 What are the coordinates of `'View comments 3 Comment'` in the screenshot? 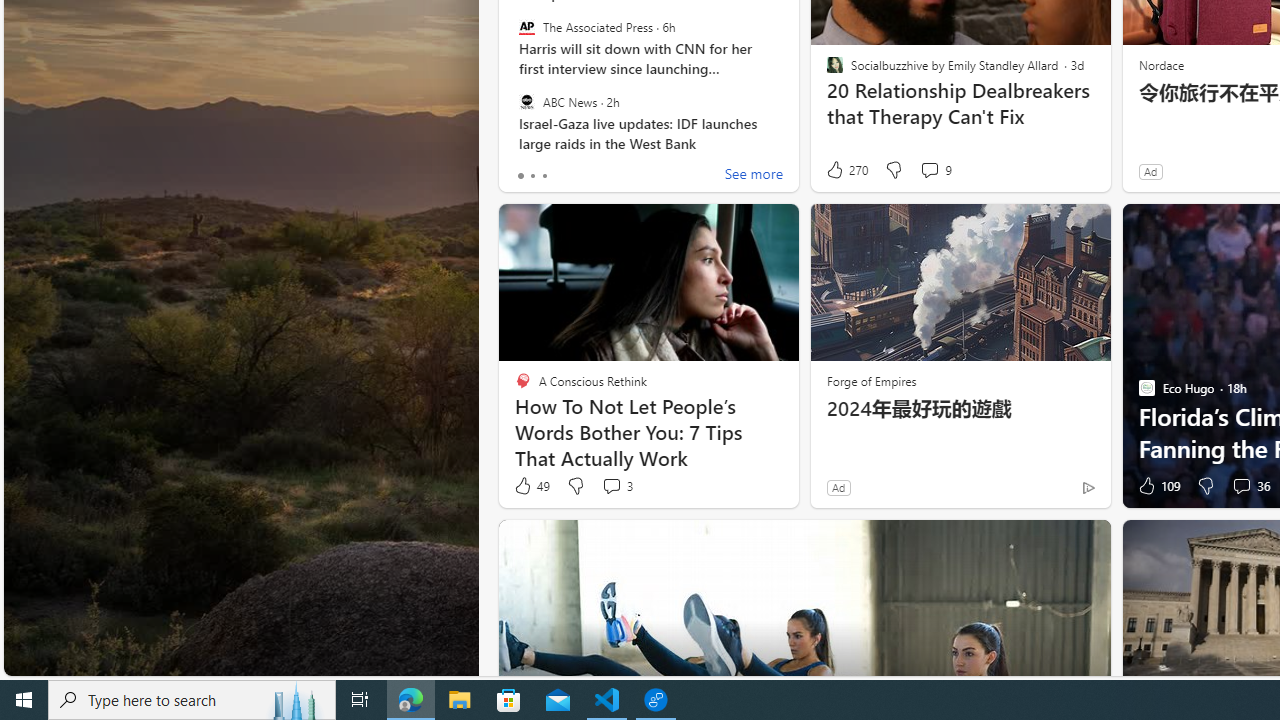 It's located at (615, 486).